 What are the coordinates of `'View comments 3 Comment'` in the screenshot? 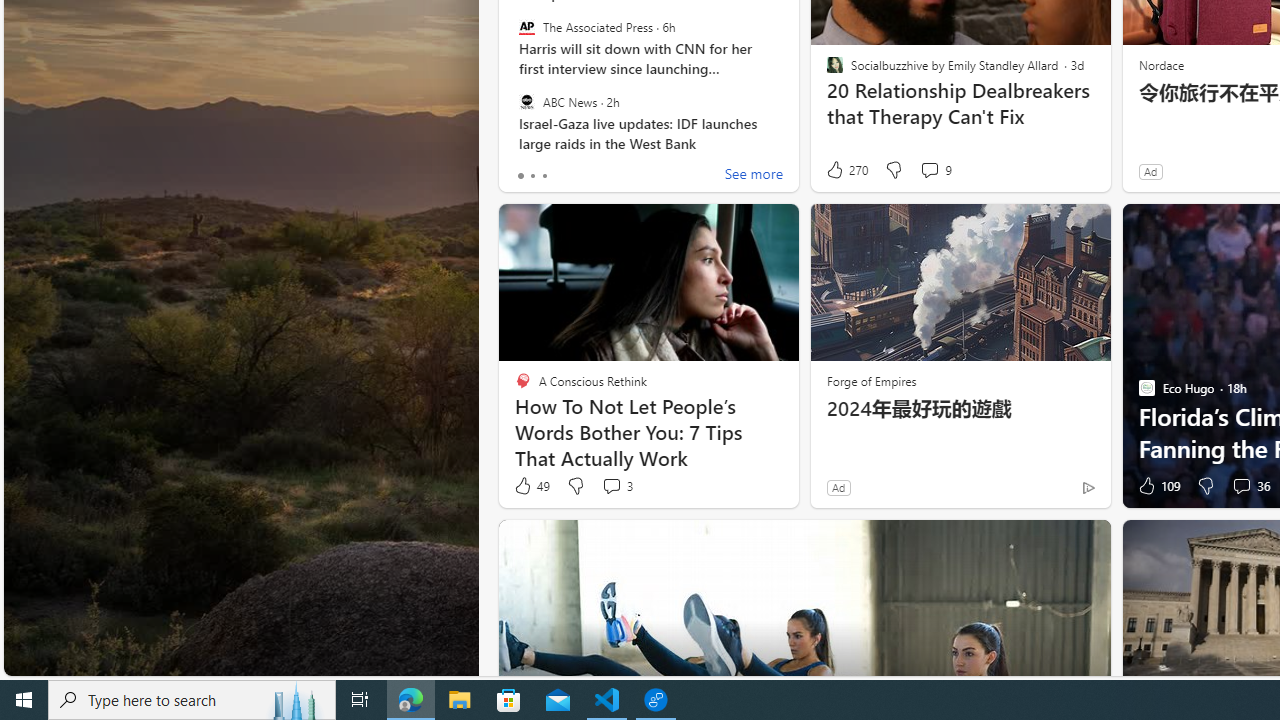 It's located at (615, 486).